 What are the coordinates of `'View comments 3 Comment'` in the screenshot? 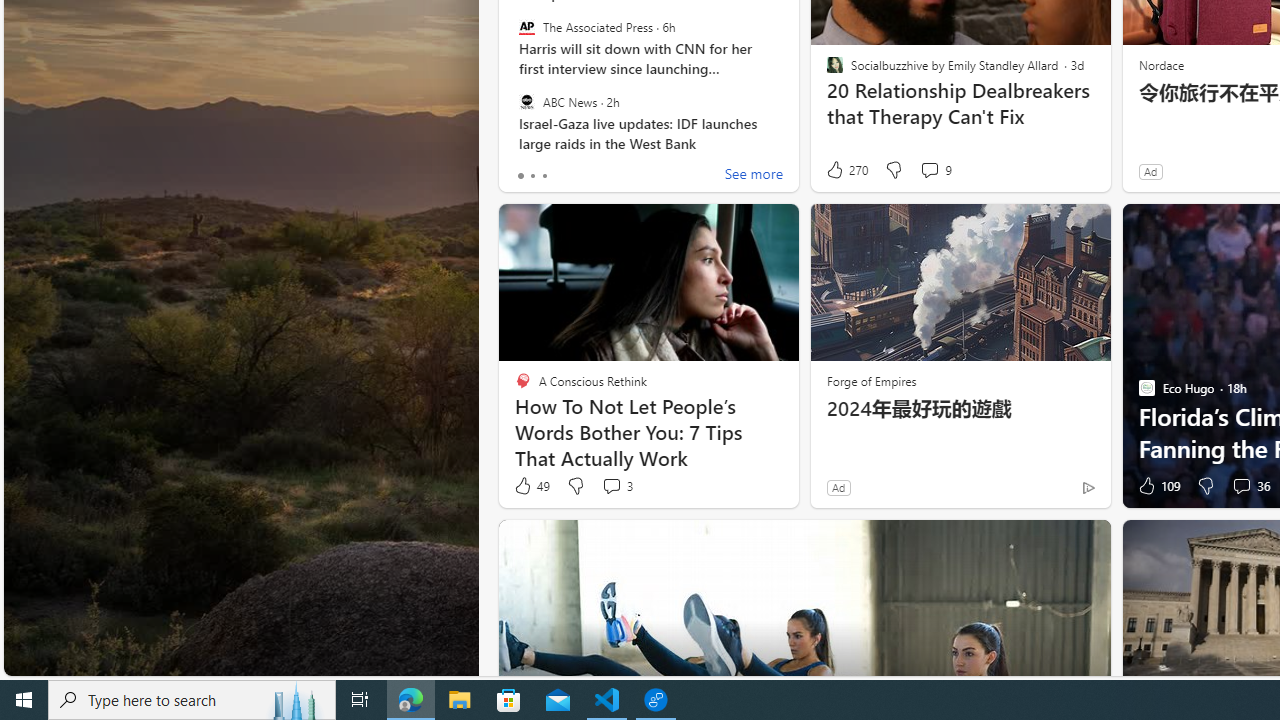 It's located at (615, 486).